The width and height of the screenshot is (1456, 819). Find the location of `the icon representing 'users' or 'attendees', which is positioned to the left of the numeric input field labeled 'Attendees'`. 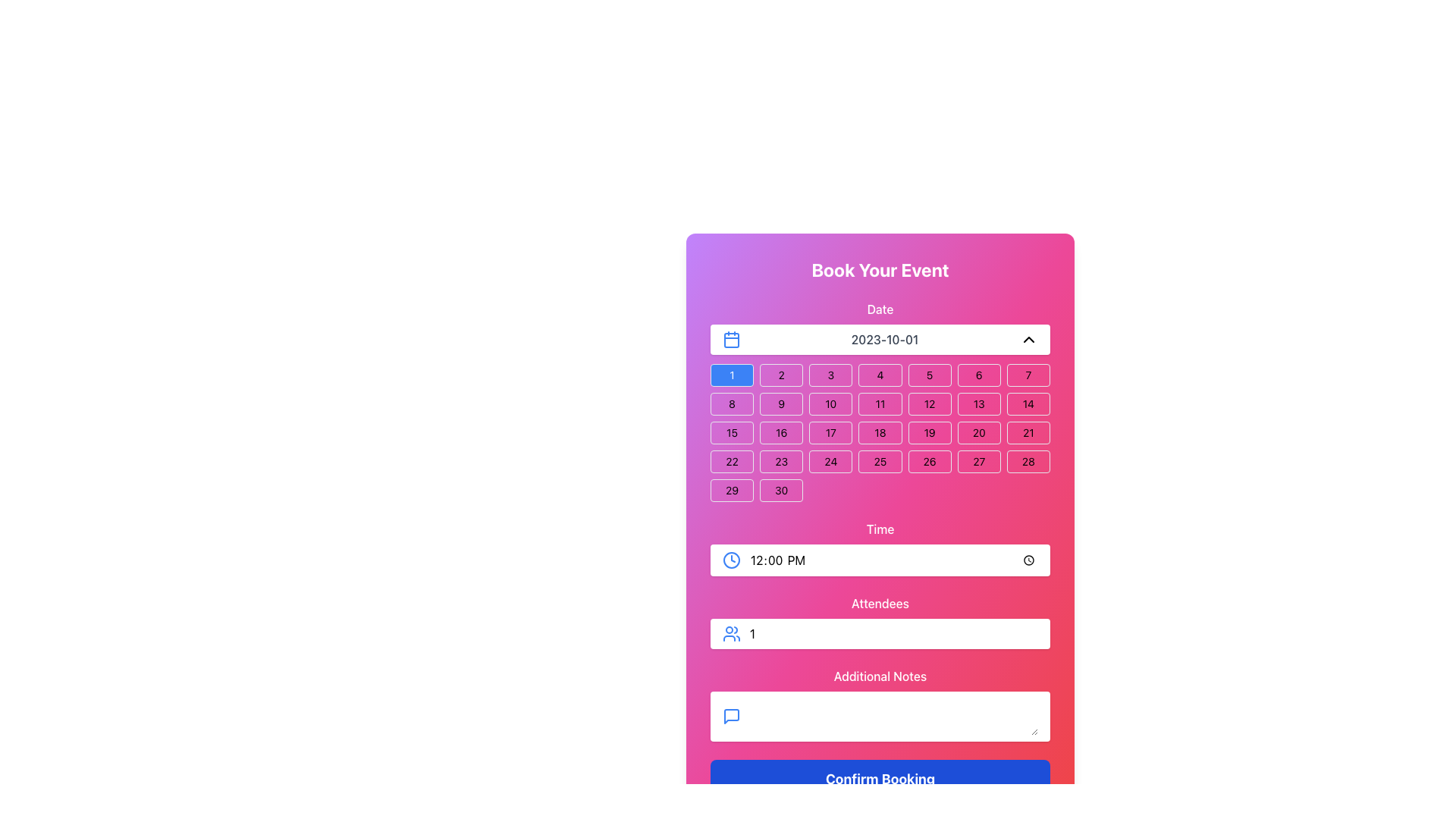

the icon representing 'users' or 'attendees', which is positioned to the left of the numeric input field labeled 'Attendees' is located at coordinates (731, 634).